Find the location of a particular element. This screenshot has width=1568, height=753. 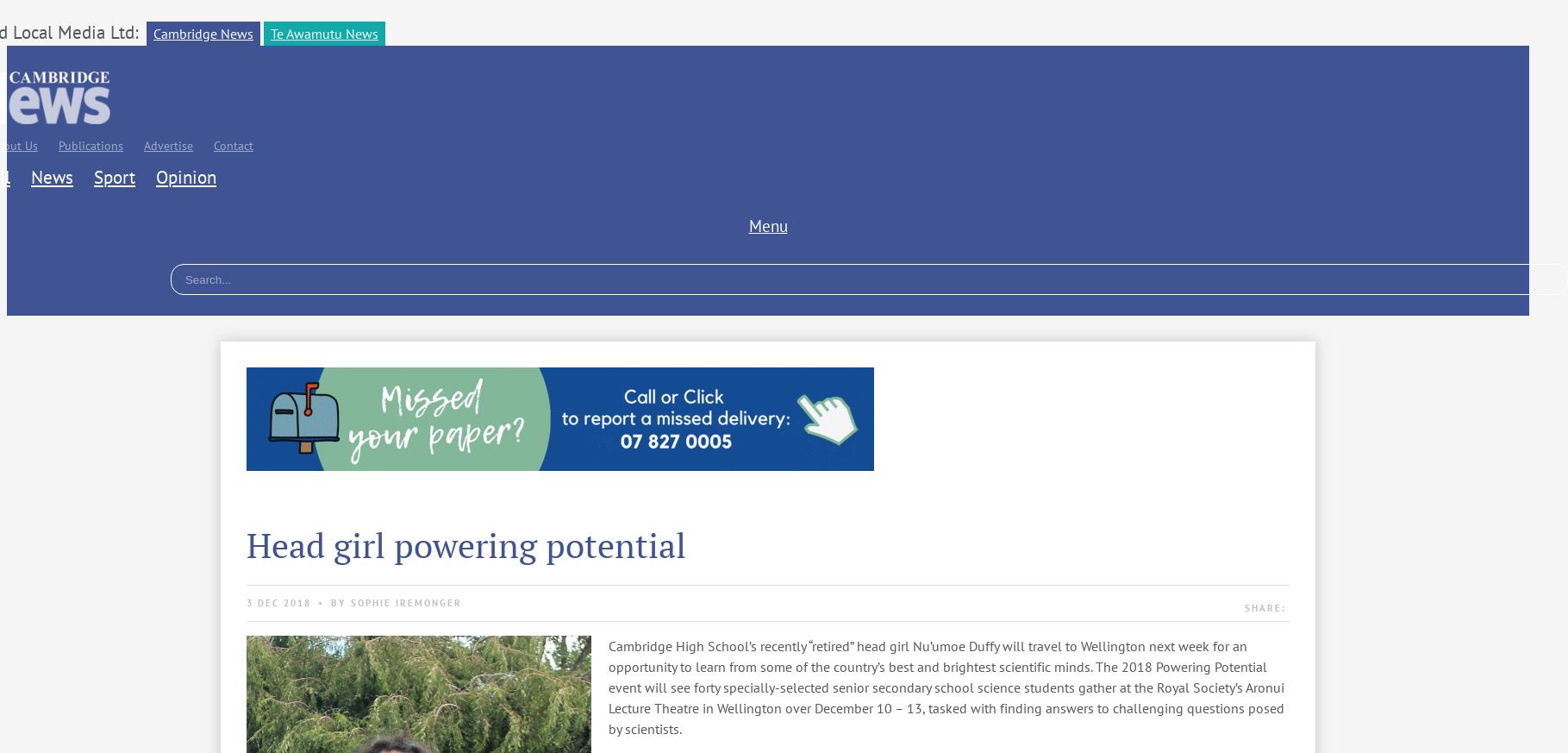

'By Sophie Iremonger' is located at coordinates (397, 602).